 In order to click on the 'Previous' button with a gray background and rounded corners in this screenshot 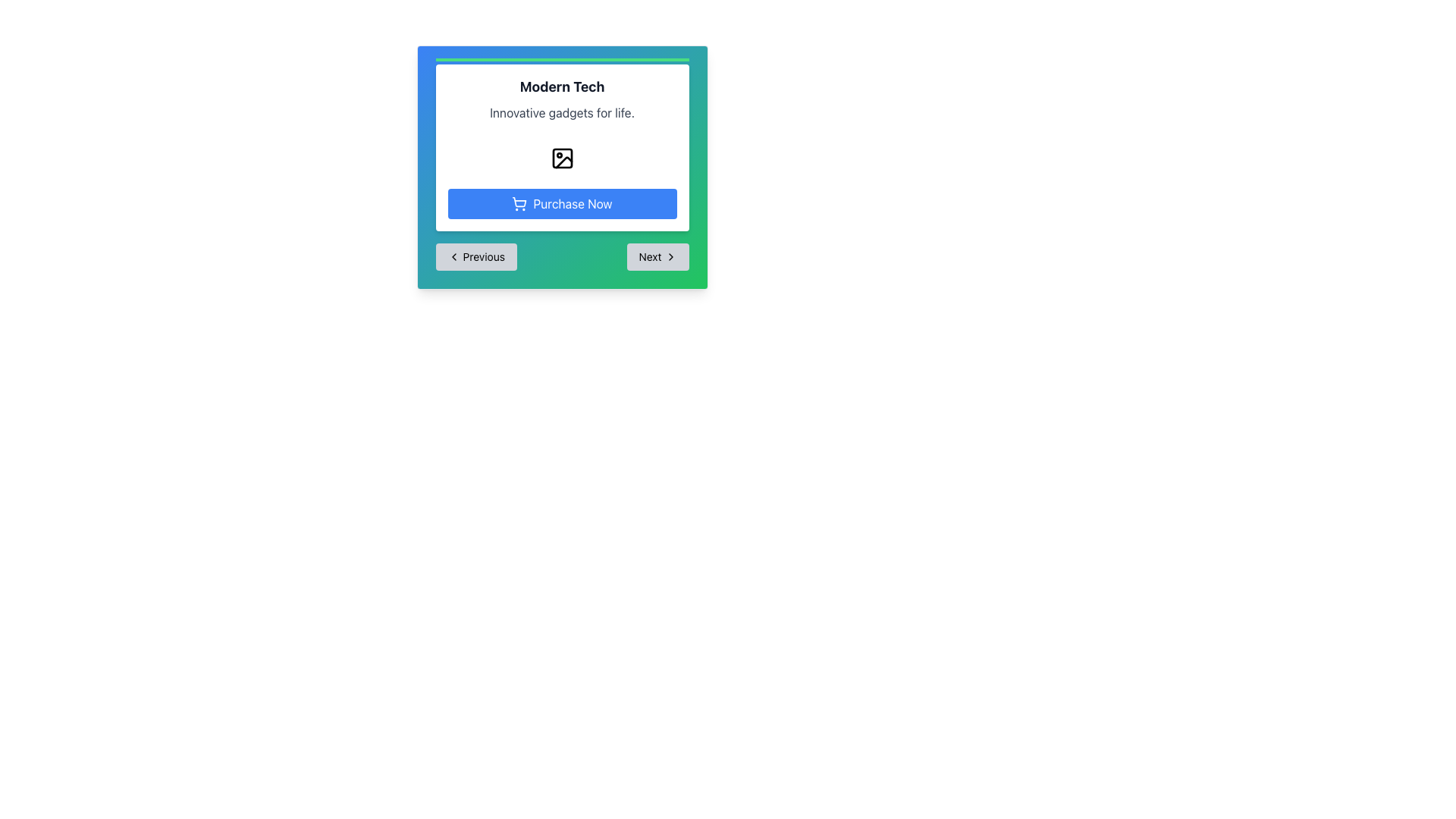, I will do `click(475, 256)`.